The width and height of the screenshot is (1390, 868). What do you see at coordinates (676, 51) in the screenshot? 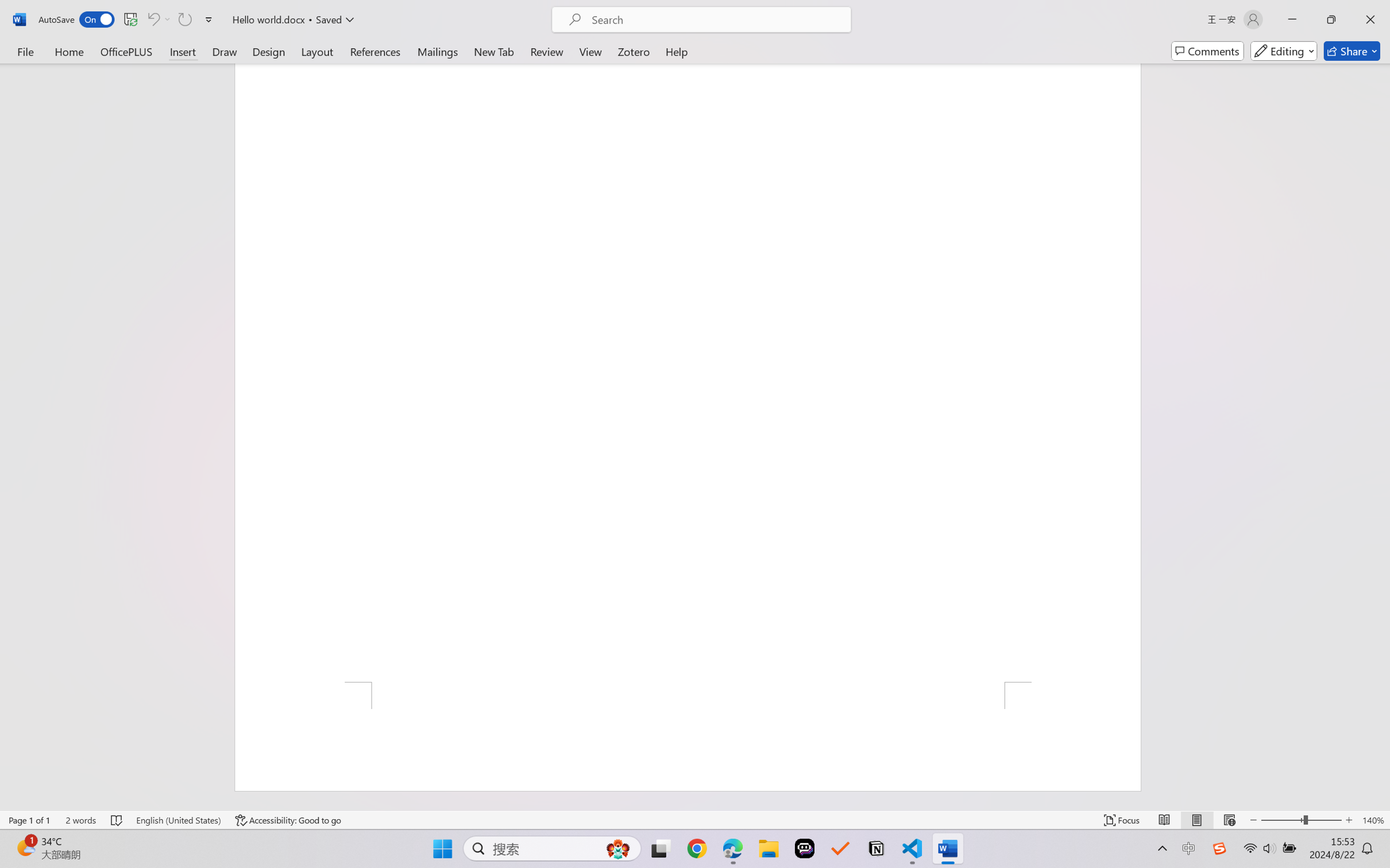
I see `'Help'` at bounding box center [676, 51].